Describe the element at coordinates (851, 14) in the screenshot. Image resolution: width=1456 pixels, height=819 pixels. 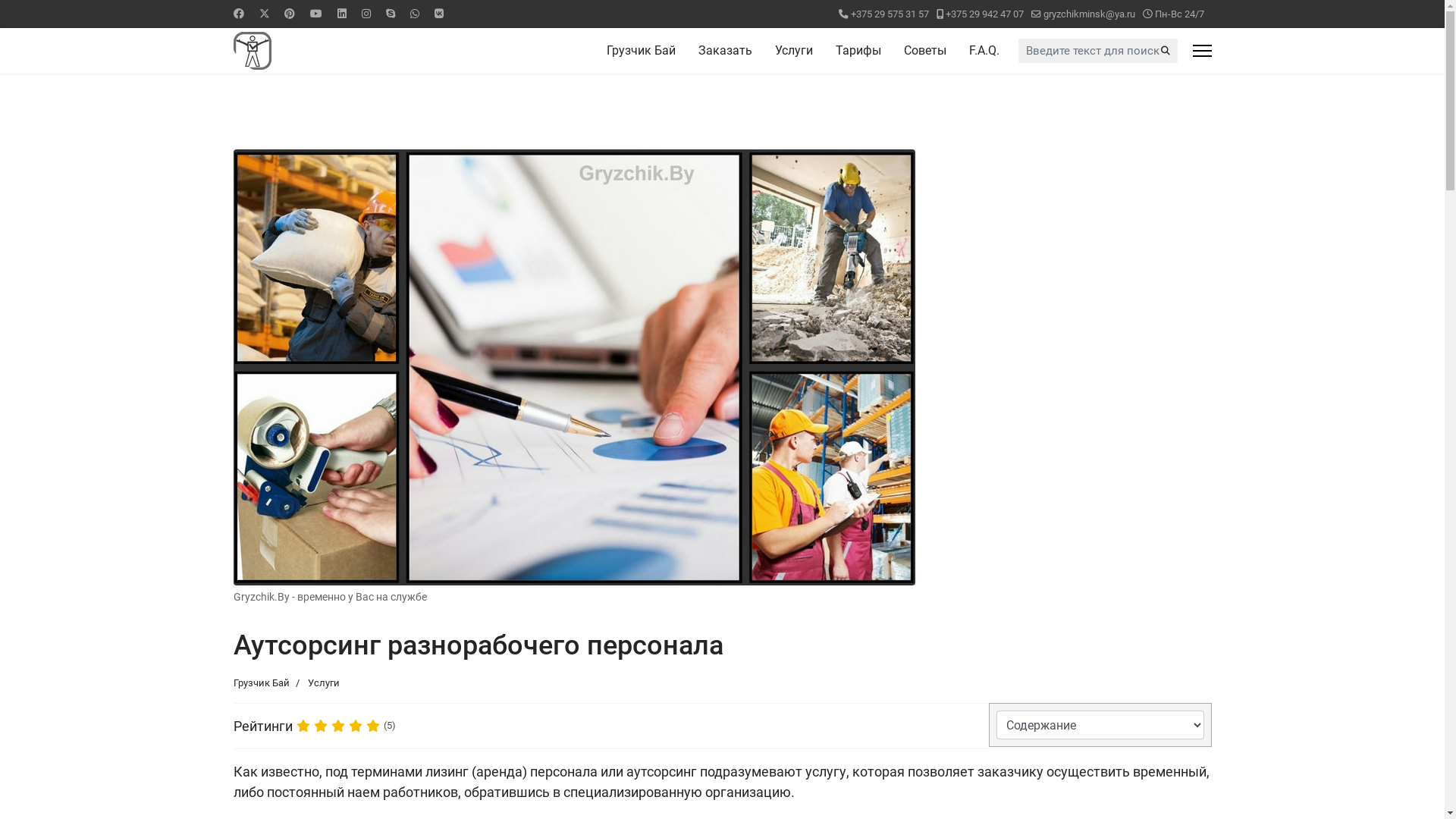
I see `'+375 29 575 31 57'` at that location.